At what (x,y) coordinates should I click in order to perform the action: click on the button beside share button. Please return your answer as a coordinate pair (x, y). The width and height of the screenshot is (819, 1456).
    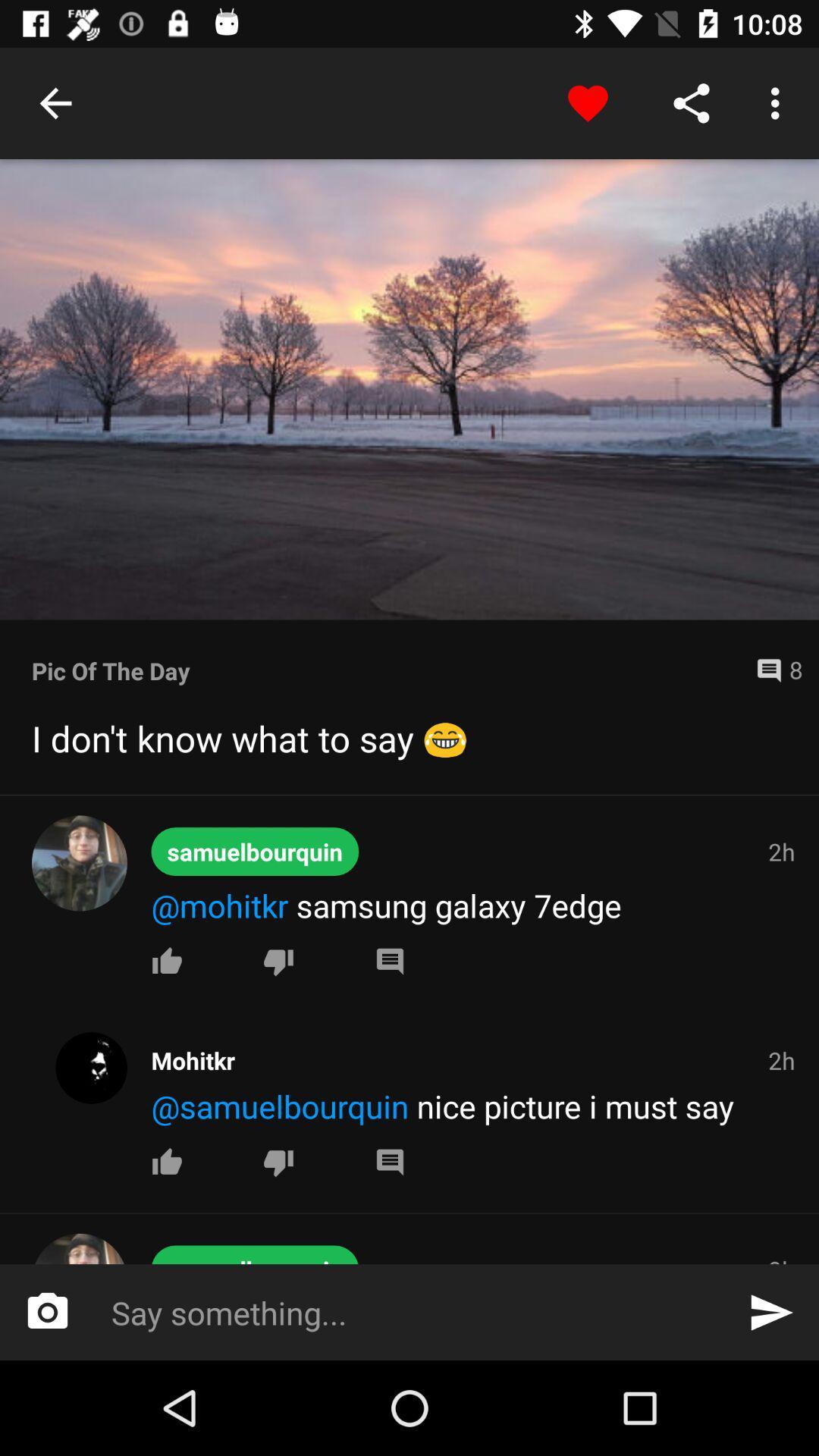
    Looking at the image, I should click on (779, 103).